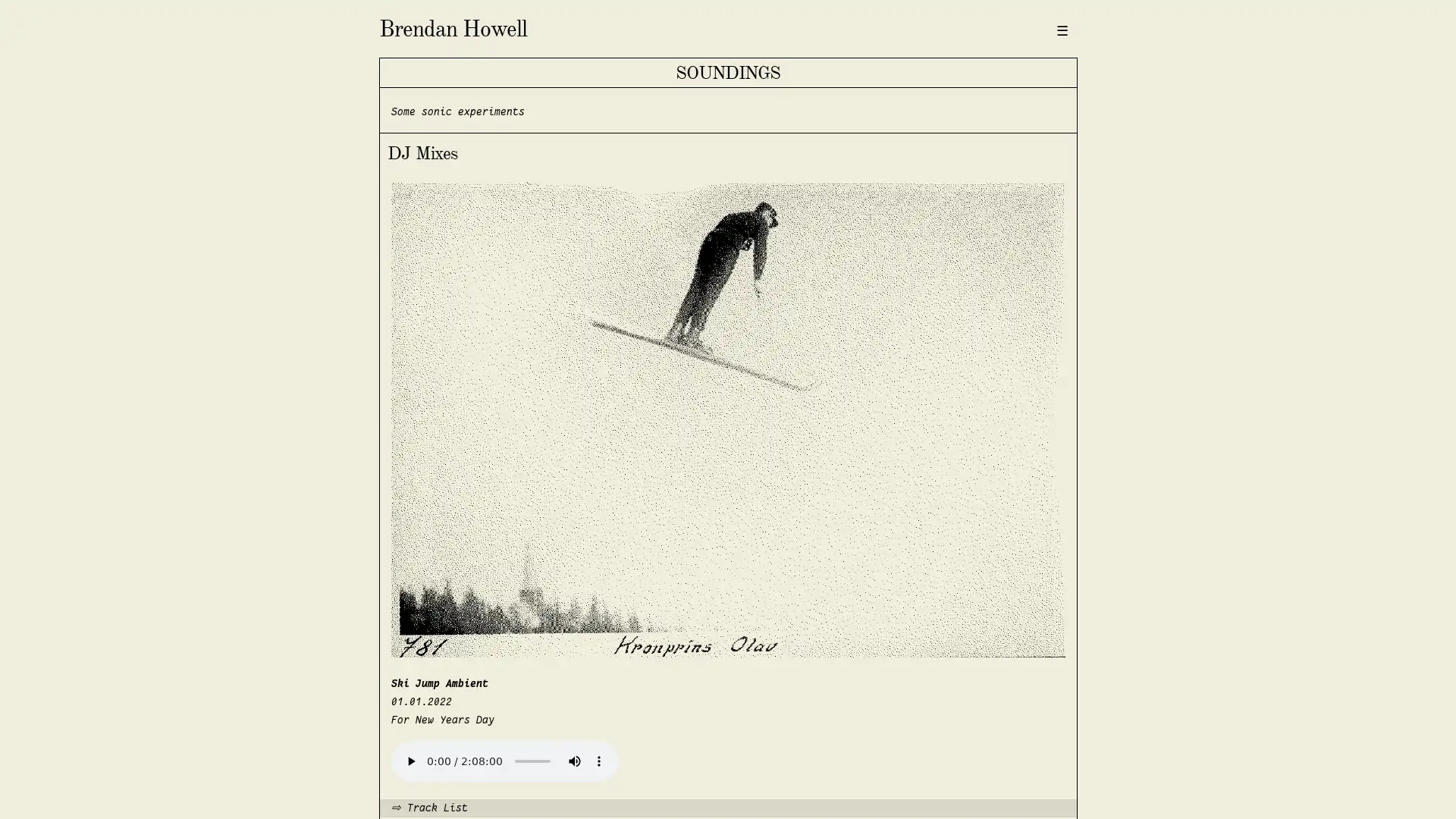 Image resolution: width=1456 pixels, height=819 pixels. Describe the element at coordinates (410, 760) in the screenshot. I see `play` at that location.